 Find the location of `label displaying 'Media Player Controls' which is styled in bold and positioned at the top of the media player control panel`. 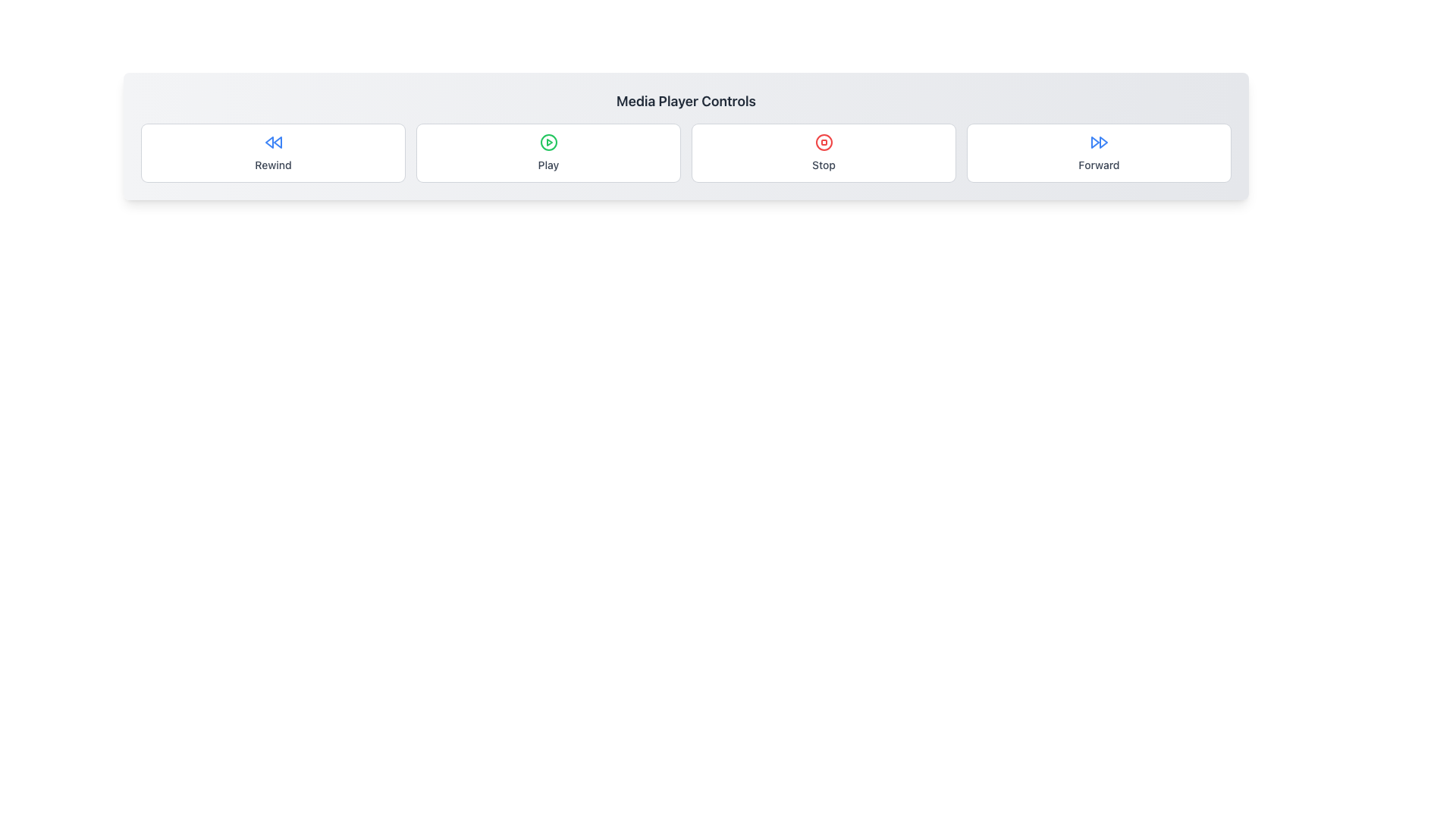

label displaying 'Media Player Controls' which is styled in bold and positioned at the top of the media player control panel is located at coordinates (686, 102).